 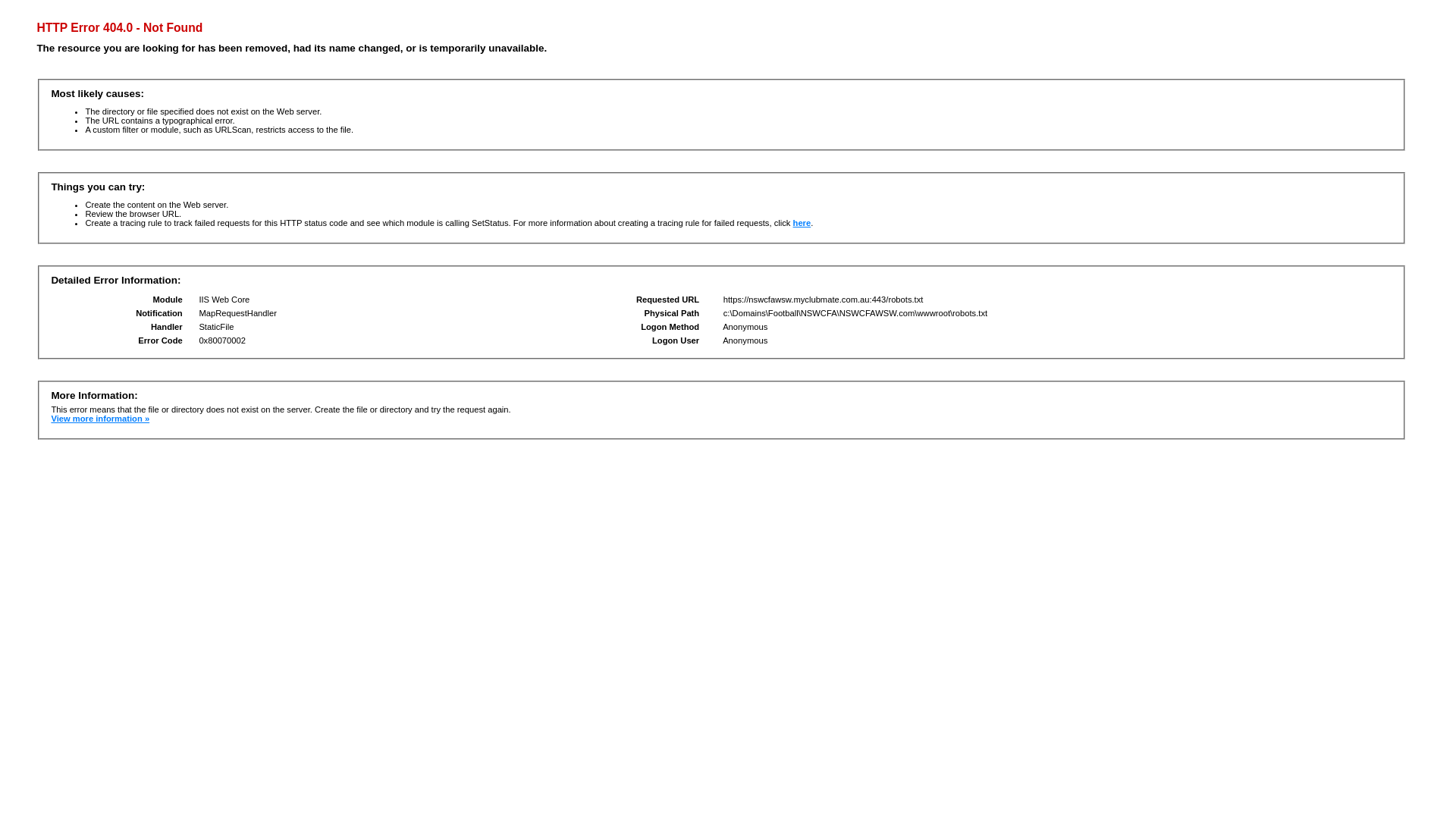 I want to click on 'here', so click(x=801, y=222).